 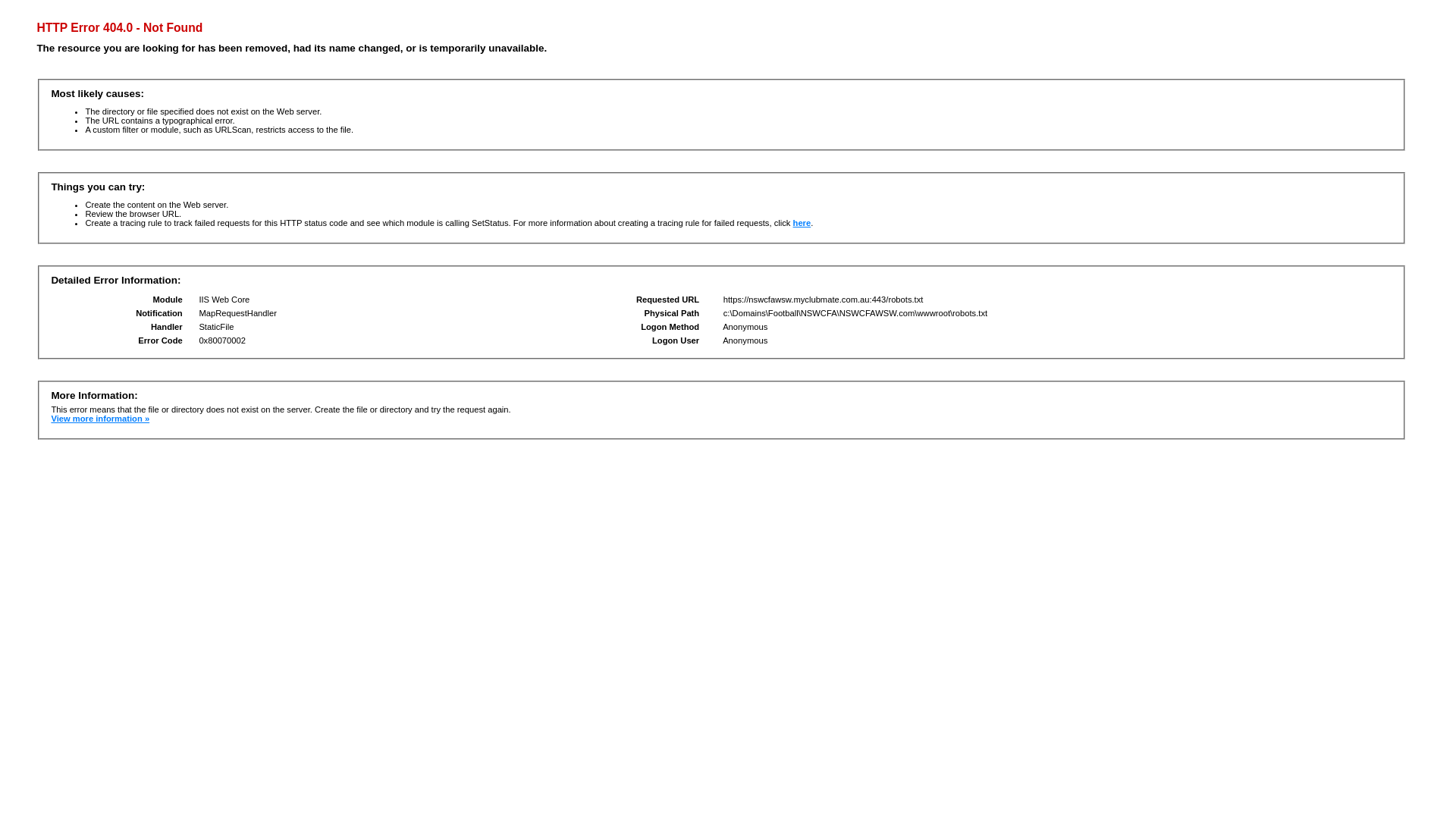 I want to click on 'here', so click(x=801, y=222).